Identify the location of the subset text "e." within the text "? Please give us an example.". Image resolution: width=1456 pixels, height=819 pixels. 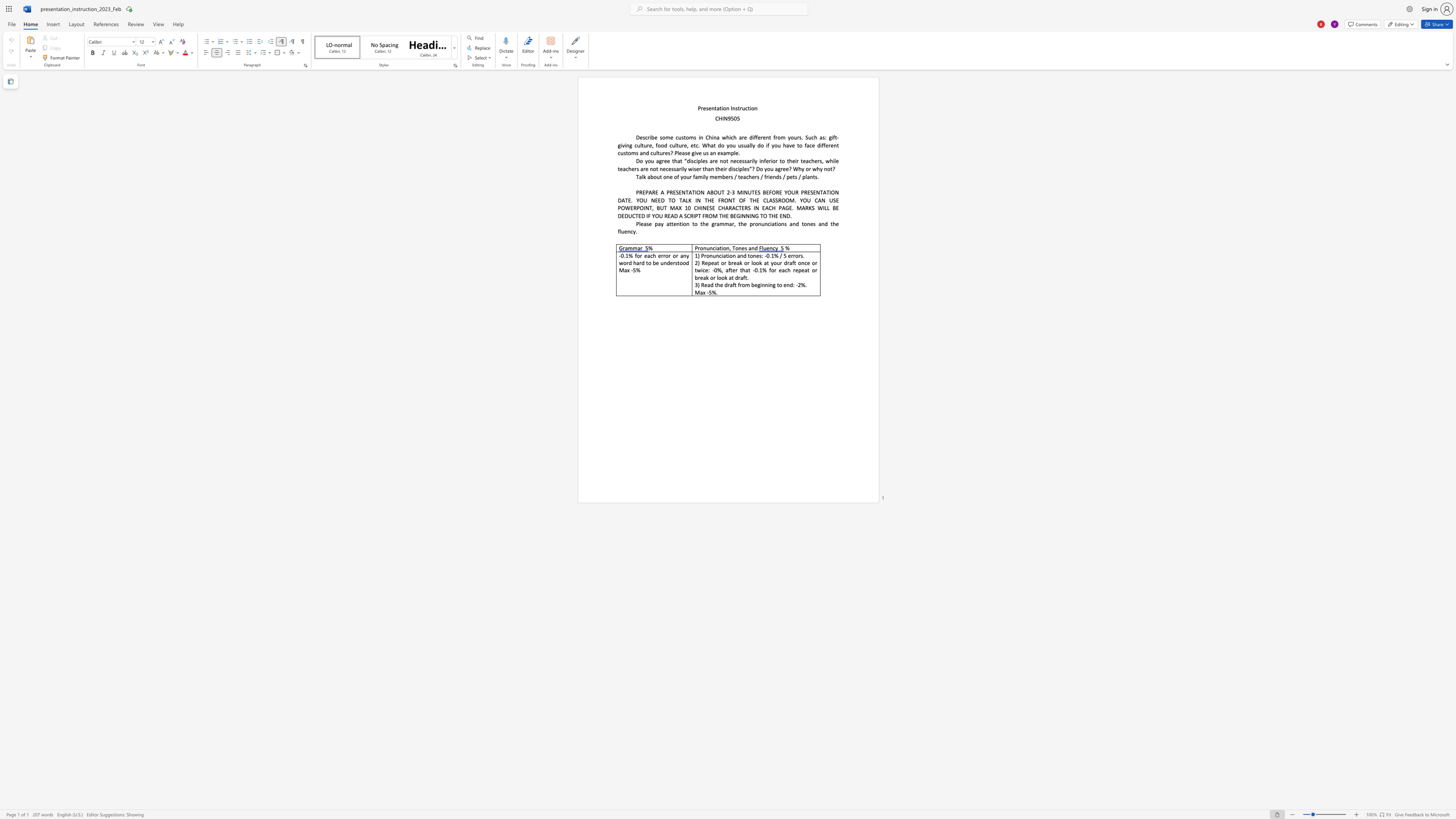
(735, 153).